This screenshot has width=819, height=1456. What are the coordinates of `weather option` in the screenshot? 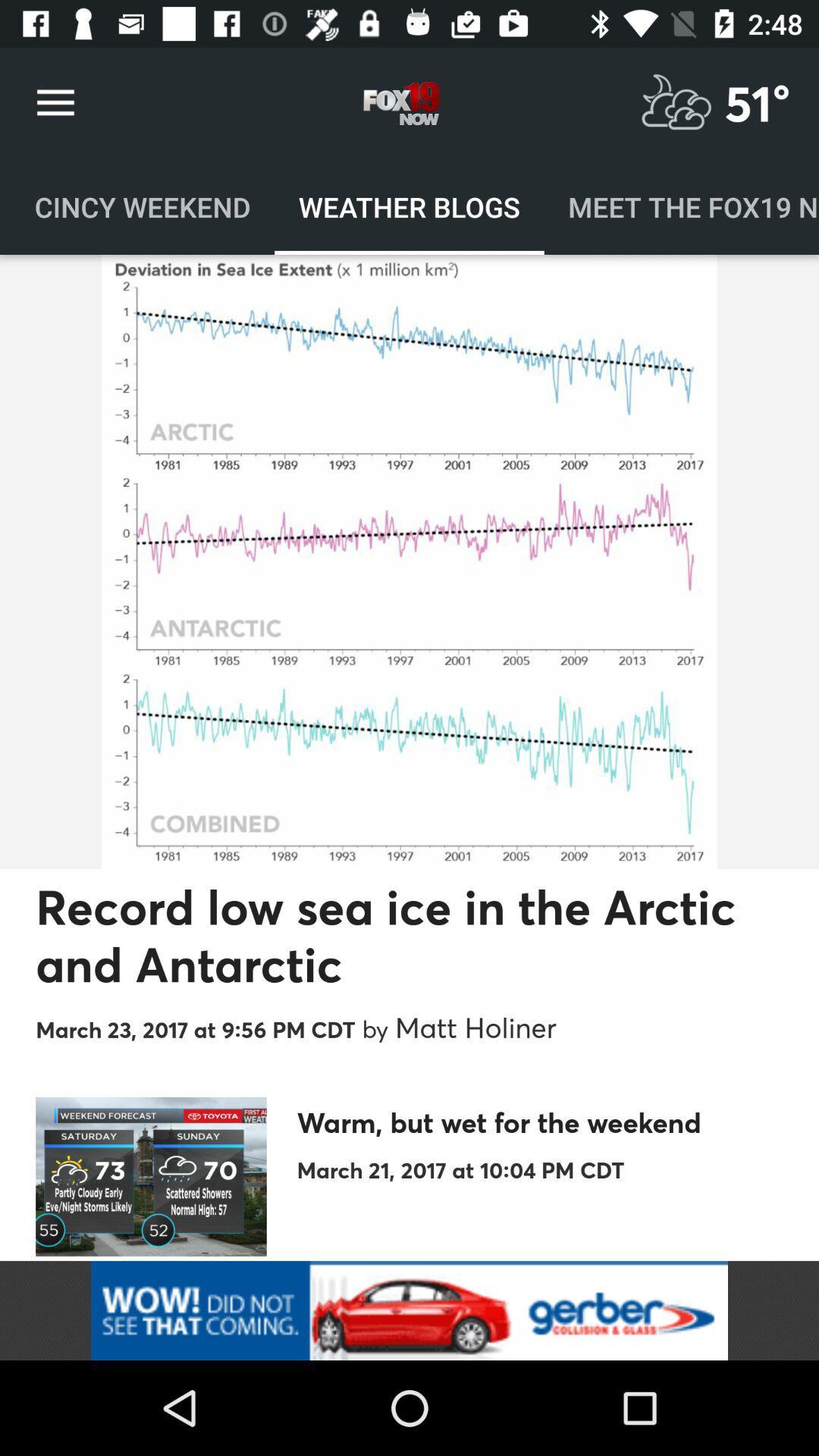 It's located at (676, 102).